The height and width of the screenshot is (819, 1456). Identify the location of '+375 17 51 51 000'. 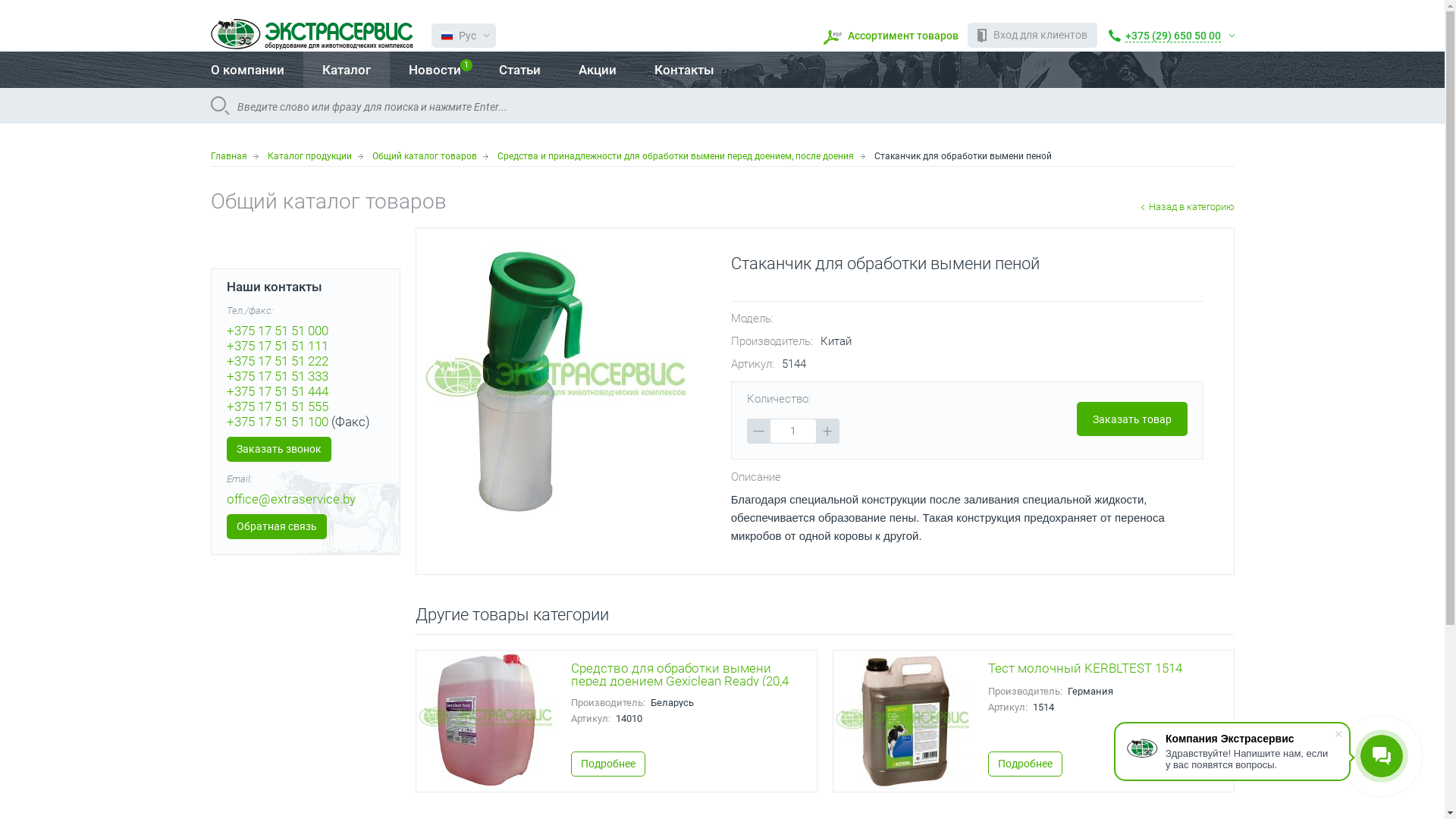
(276, 329).